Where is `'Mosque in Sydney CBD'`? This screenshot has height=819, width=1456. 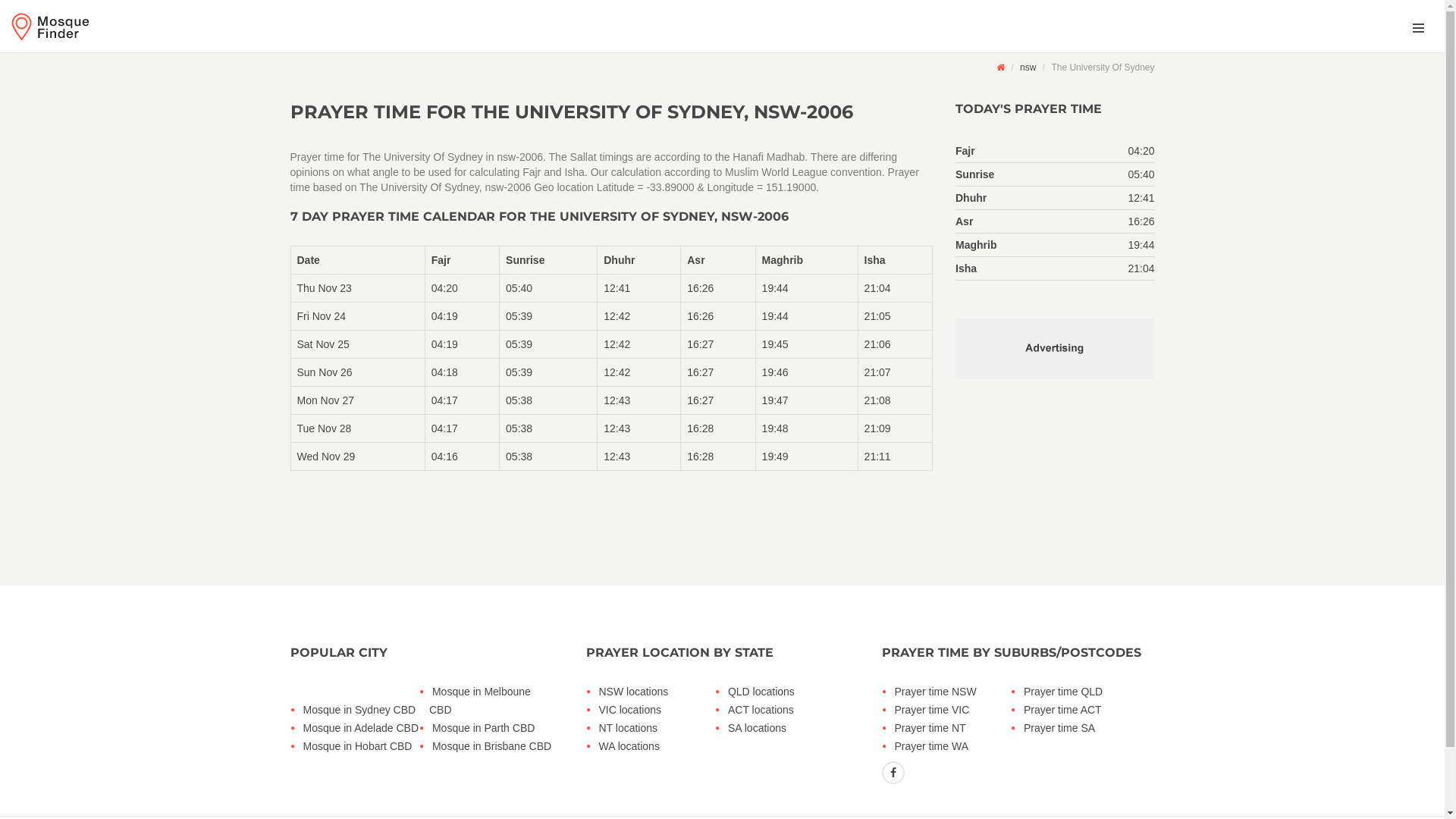 'Mosque in Sydney CBD' is located at coordinates (362, 710).